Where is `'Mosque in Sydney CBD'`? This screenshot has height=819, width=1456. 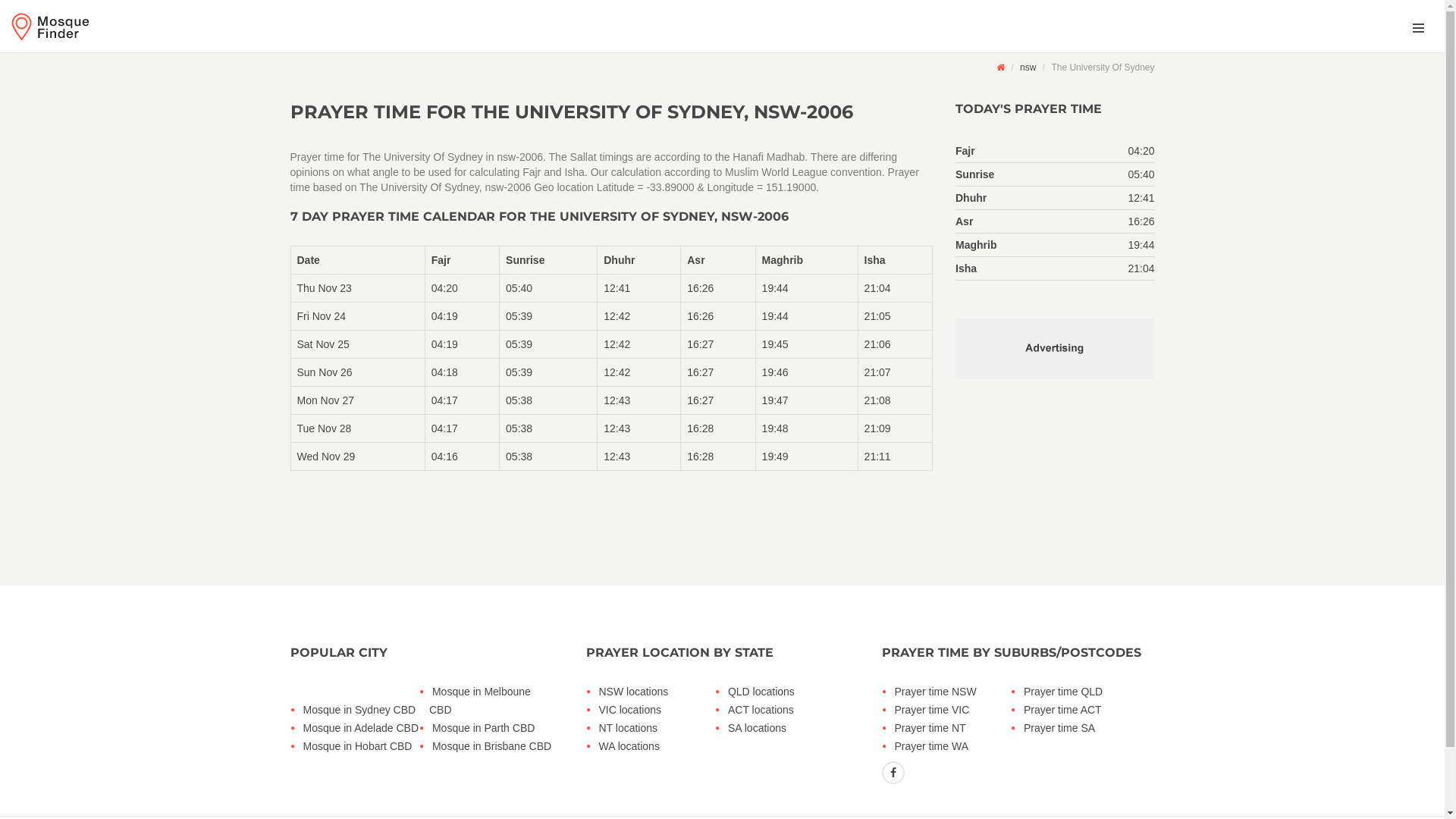 'Mosque in Sydney CBD' is located at coordinates (362, 710).